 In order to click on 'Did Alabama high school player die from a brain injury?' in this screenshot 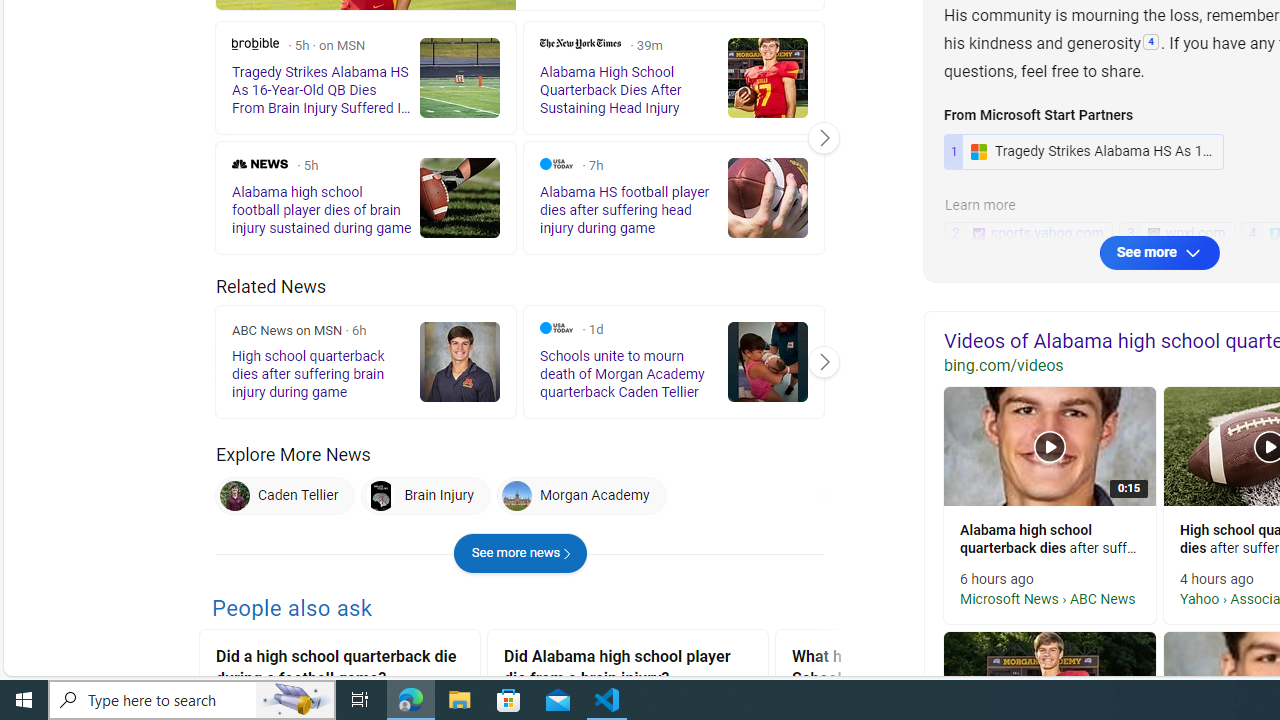, I will do `click(627, 670)`.